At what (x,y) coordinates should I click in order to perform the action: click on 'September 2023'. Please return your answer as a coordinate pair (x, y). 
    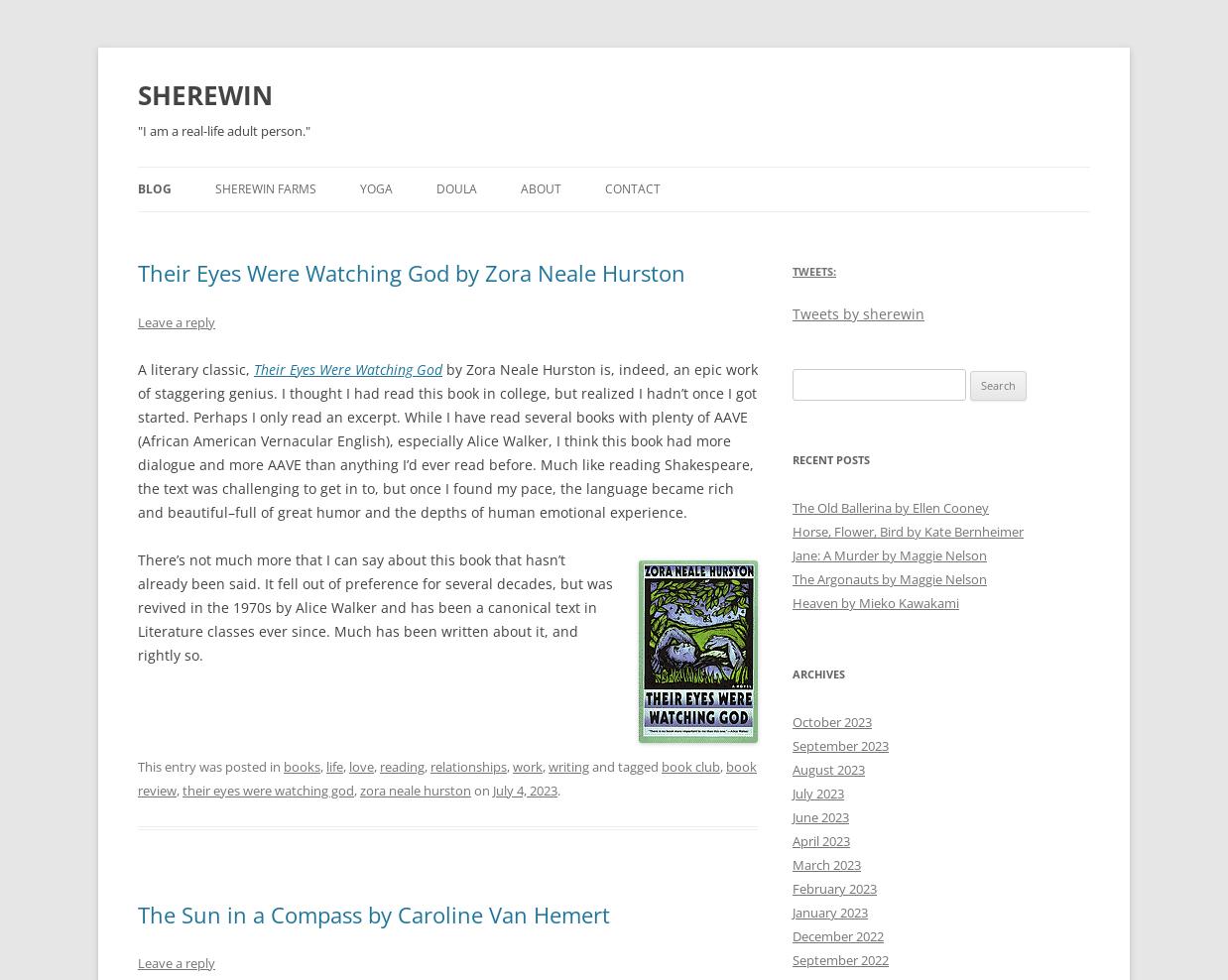
    Looking at the image, I should click on (839, 744).